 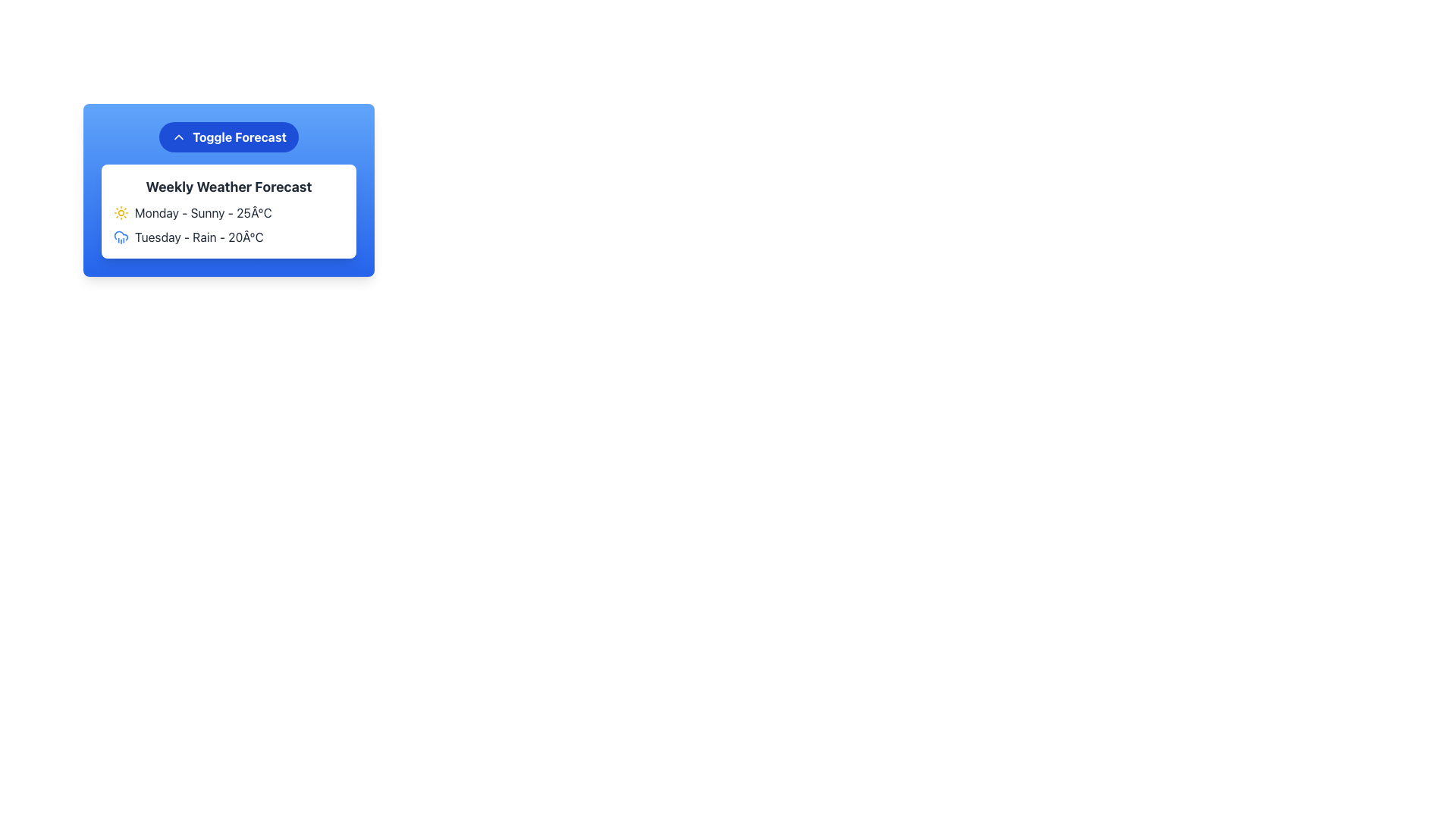 What do you see at coordinates (120, 237) in the screenshot?
I see `the rain icon representing Tuesday's weather in the 'Weekly Weather Forecast' section, located to the left of the text 'Tuesday - Rain - 20°C'` at bounding box center [120, 237].